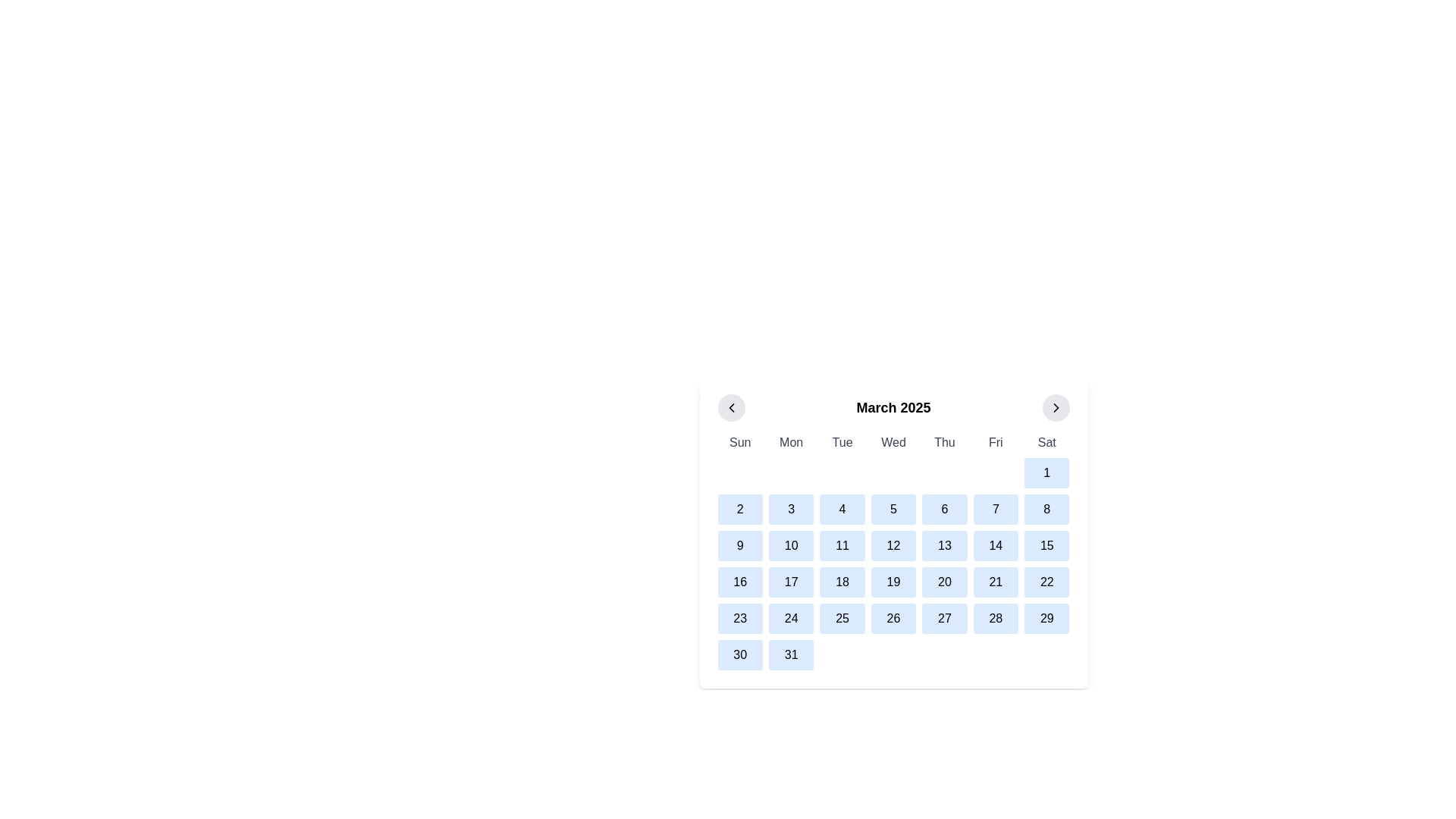 The width and height of the screenshot is (1456, 819). I want to click on the date button representing the 28th of the month in the calendar view, so click(996, 619).